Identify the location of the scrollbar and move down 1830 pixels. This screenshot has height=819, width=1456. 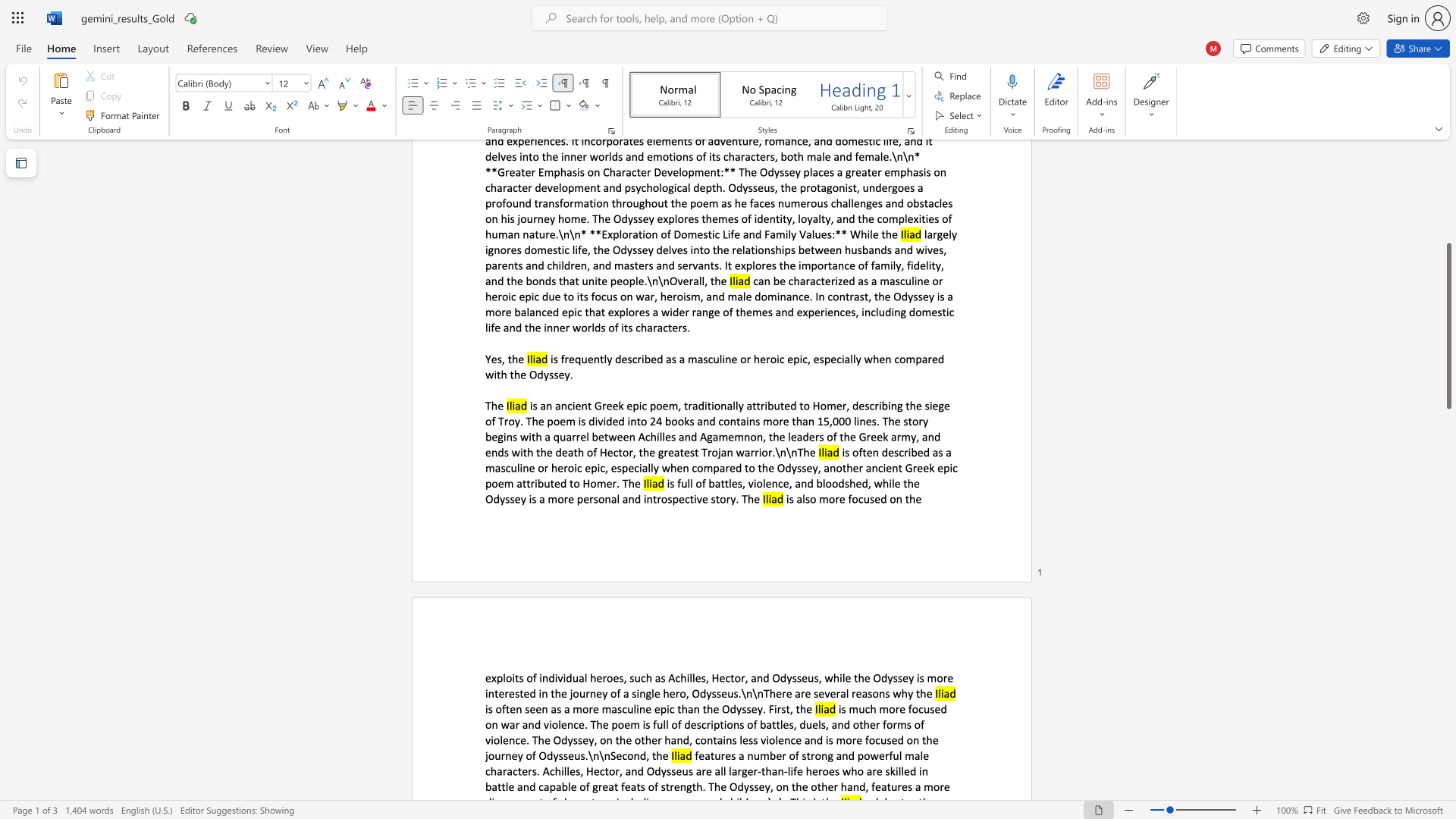
(1448, 325).